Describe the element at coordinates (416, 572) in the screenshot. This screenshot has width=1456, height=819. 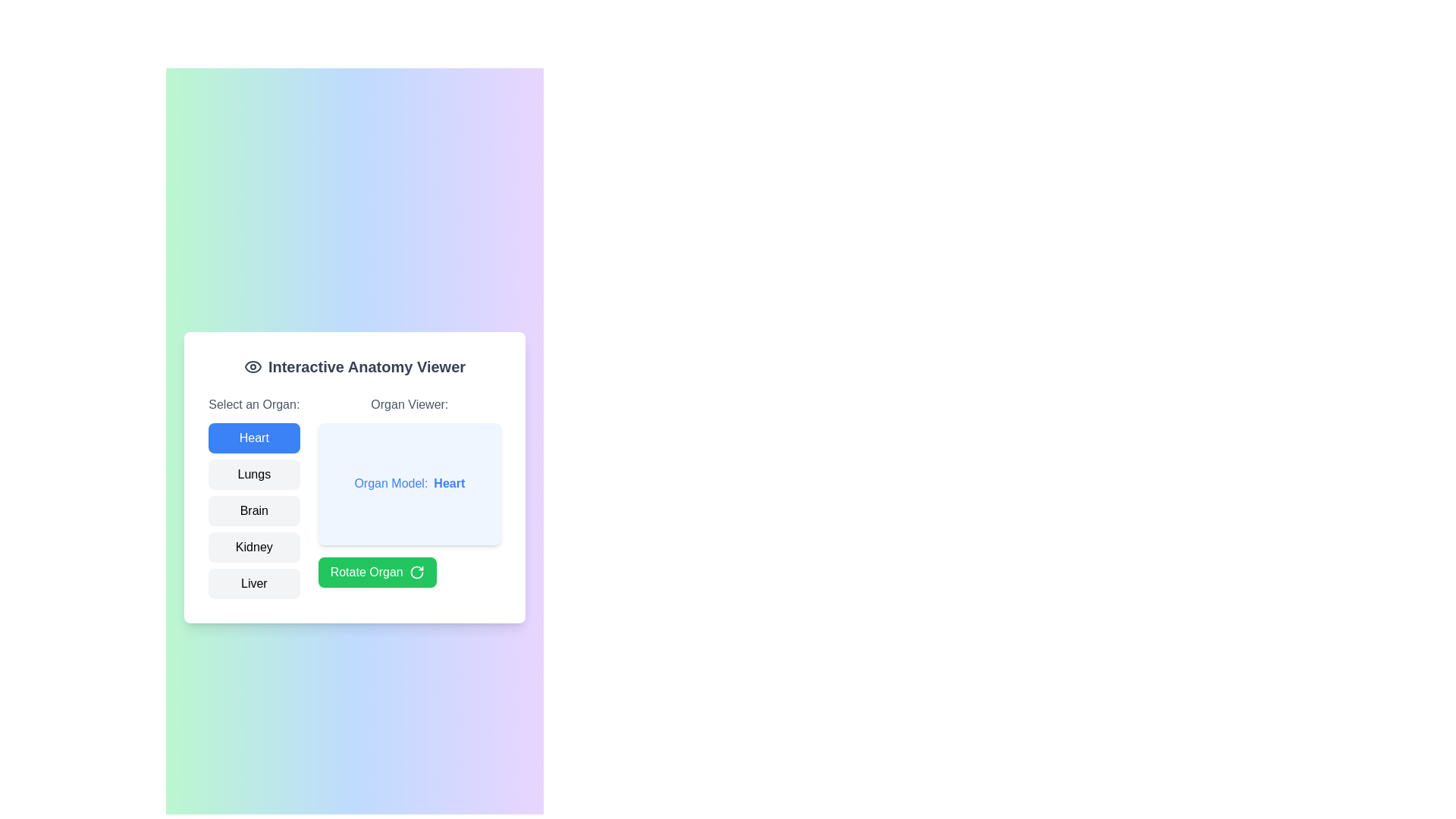
I see `the small circular icon with a clockwise arrow located within the 'Rotate Organ' button to receive feedback` at that location.